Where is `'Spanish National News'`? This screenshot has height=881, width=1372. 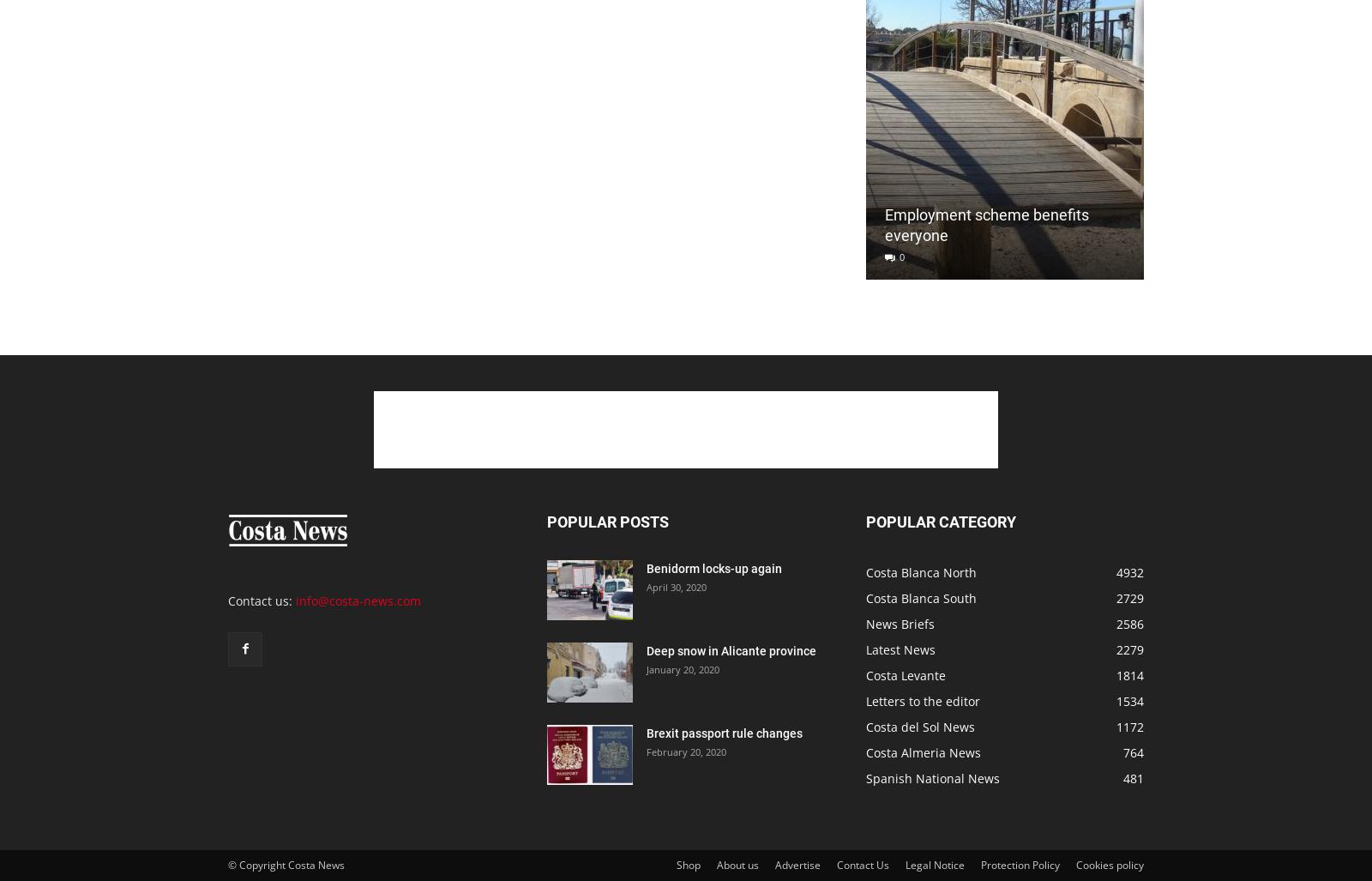
'Spanish National News' is located at coordinates (933, 777).